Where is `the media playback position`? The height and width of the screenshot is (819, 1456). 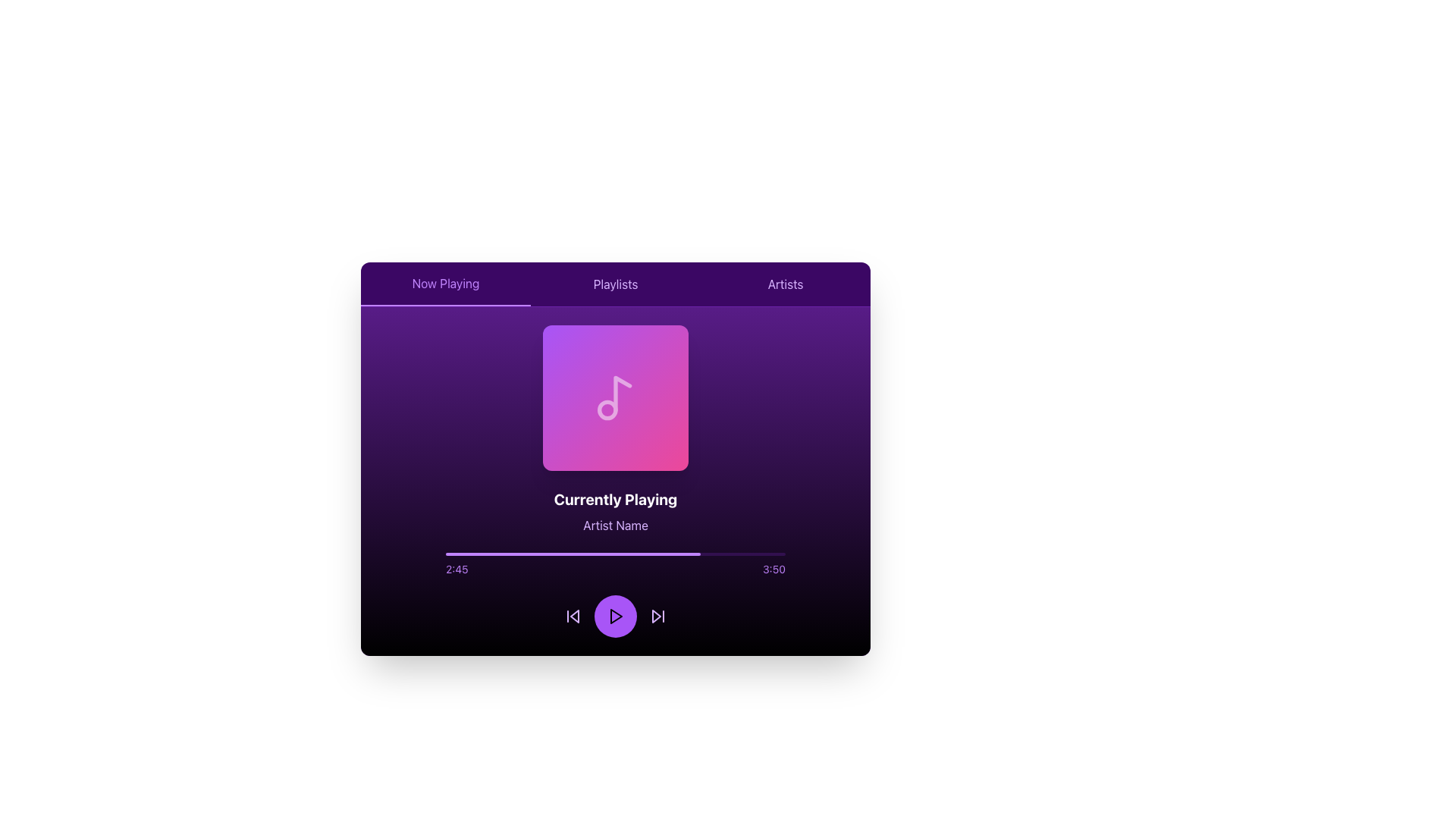 the media playback position is located at coordinates (448, 554).